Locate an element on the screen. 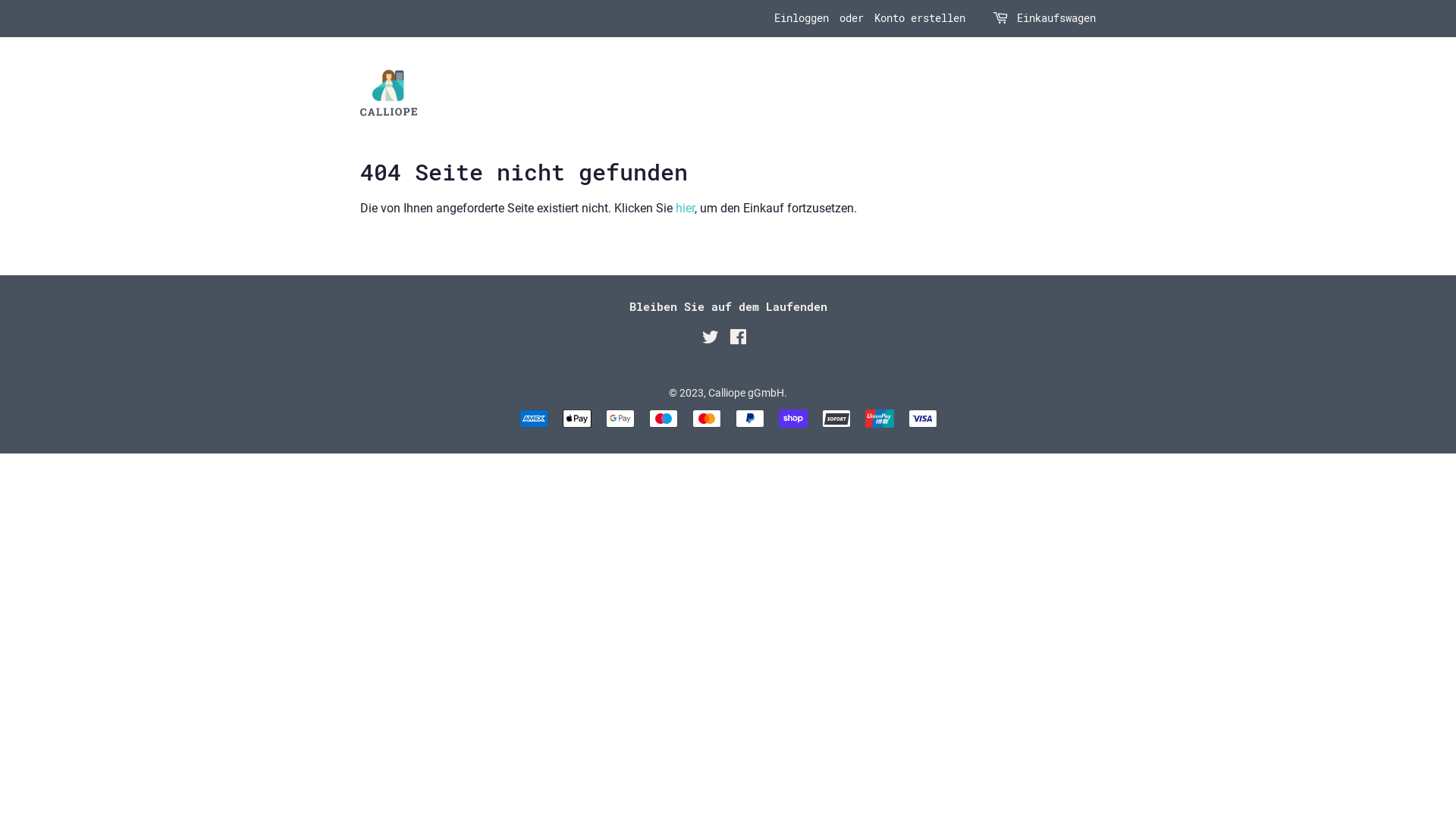 The height and width of the screenshot is (819, 1456). 'Facebook' is located at coordinates (738, 338).